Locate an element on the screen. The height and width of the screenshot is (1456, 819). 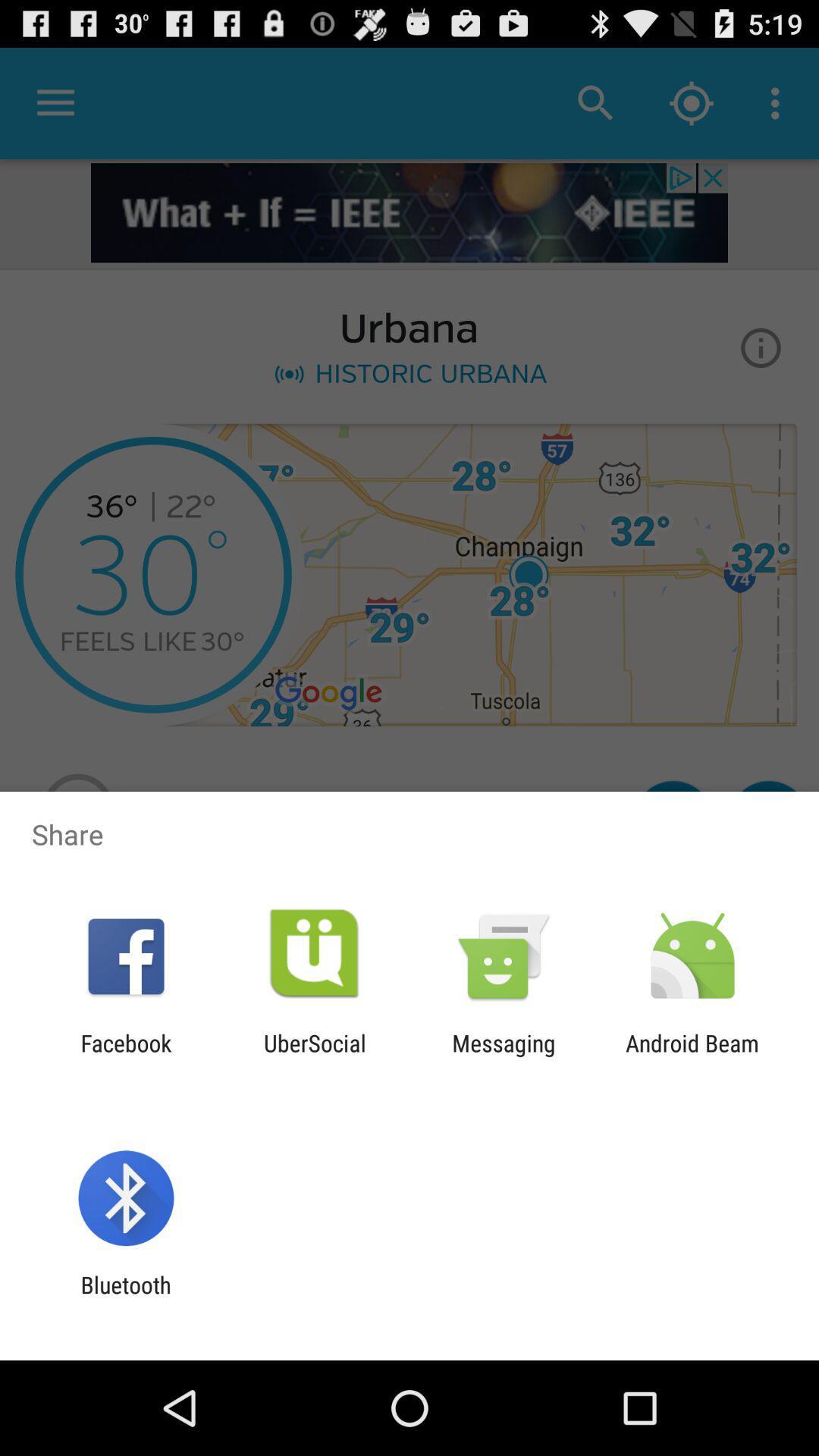
item to the left of the ubersocial icon is located at coordinates (125, 1056).